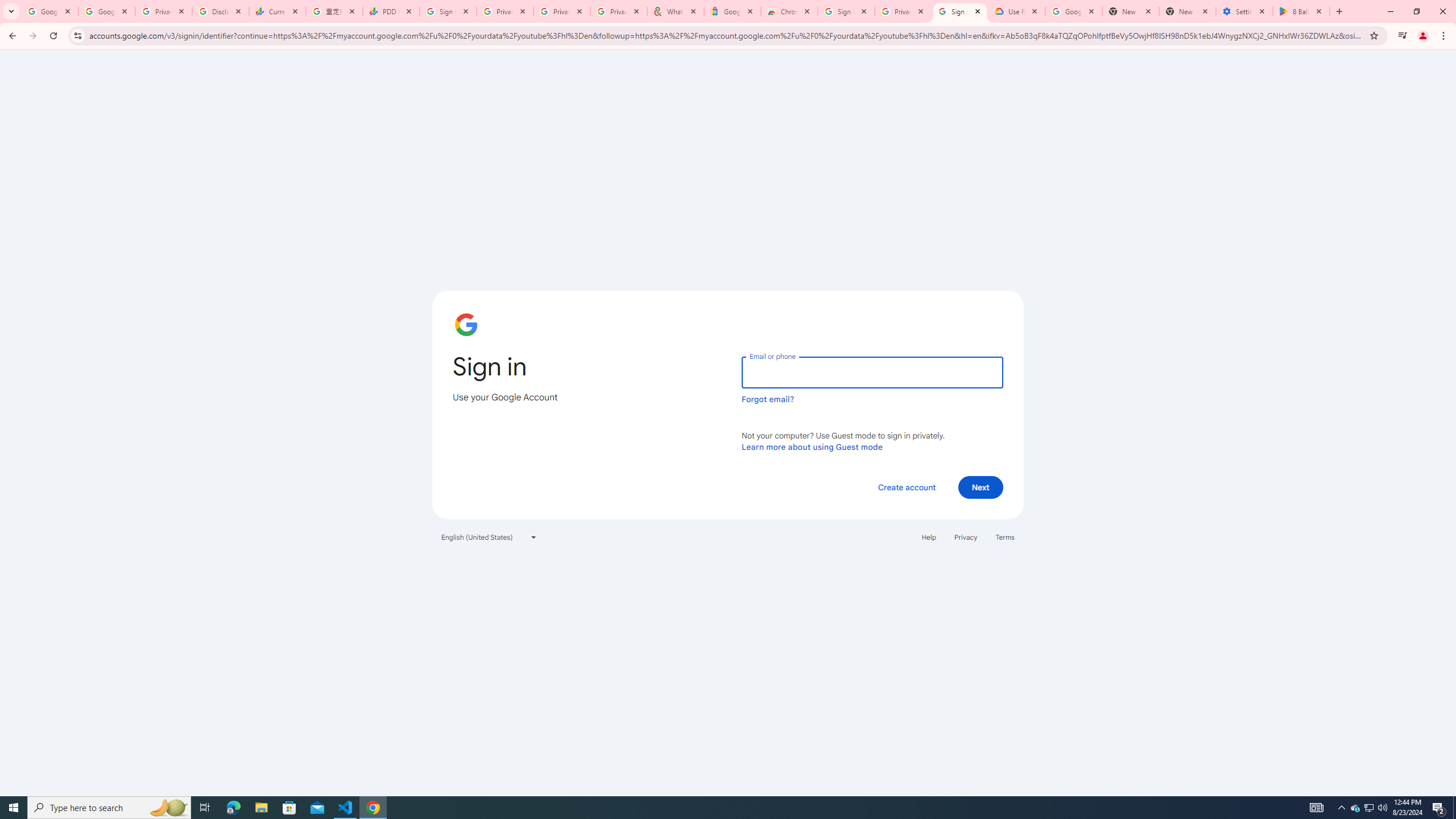 Image resolution: width=1456 pixels, height=819 pixels. Describe the element at coordinates (391, 11) in the screenshot. I see `'PDD Holdings Inc - ADR (PDD) Price & News - Google Finance'` at that location.